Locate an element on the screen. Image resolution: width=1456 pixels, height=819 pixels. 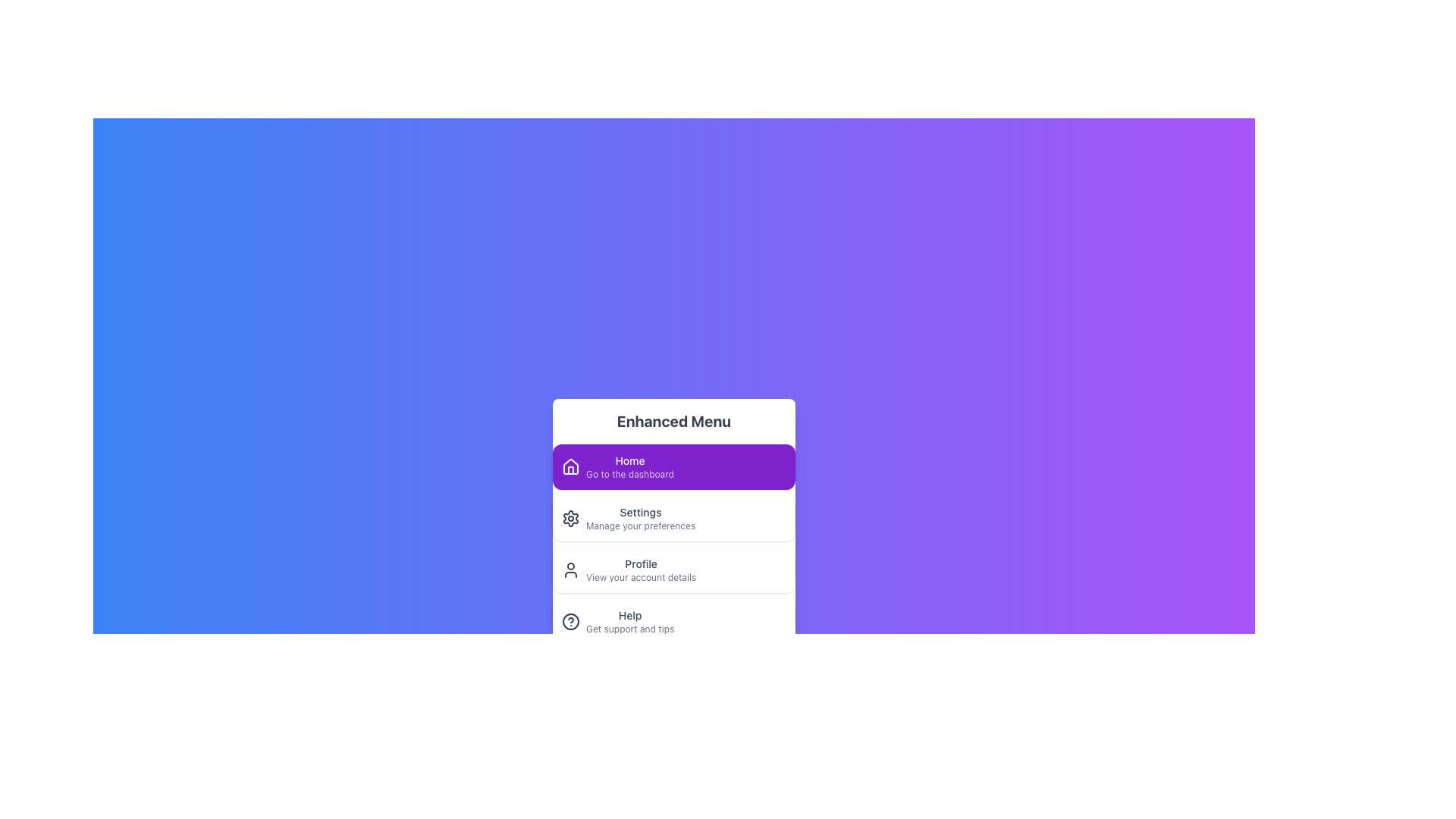
the house-like icon on the 'Home' button located at the top center of the menu, which features a purple circular background and is accompanied by the text 'Home' and subtext 'Go to the dashboard' is located at coordinates (570, 466).